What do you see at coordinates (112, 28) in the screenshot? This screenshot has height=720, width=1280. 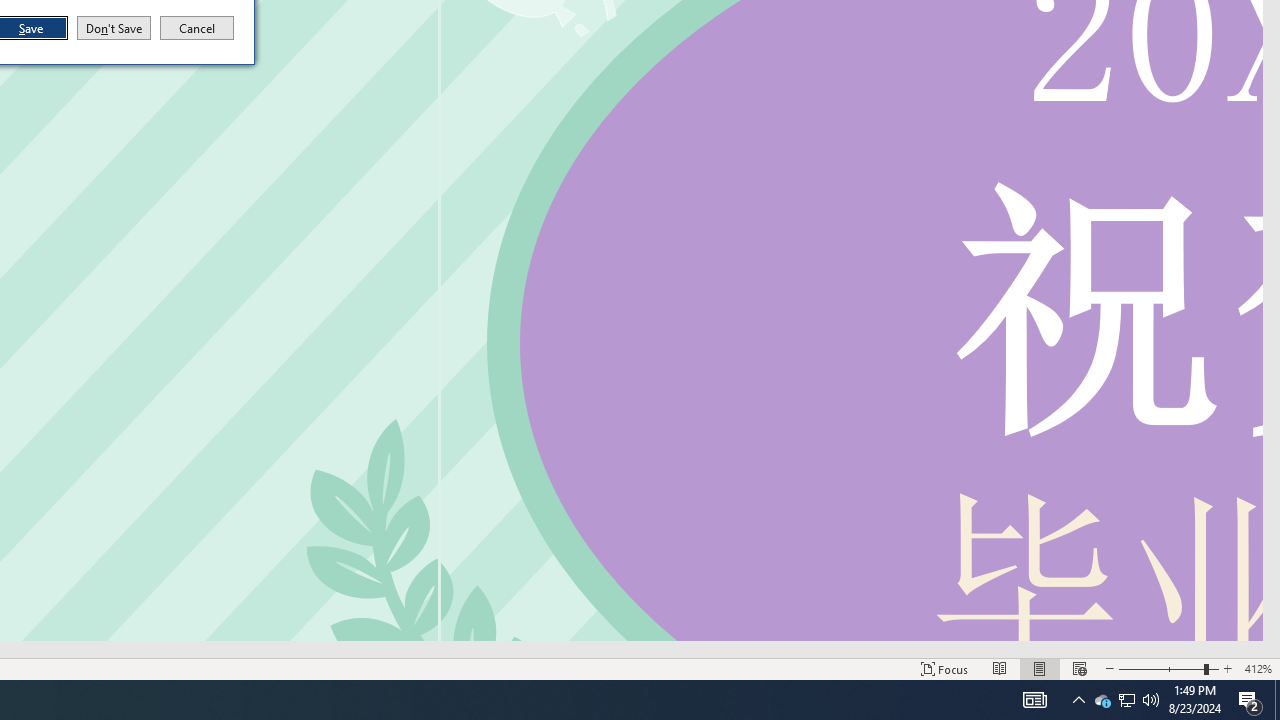 I see `'Don'` at bounding box center [112, 28].